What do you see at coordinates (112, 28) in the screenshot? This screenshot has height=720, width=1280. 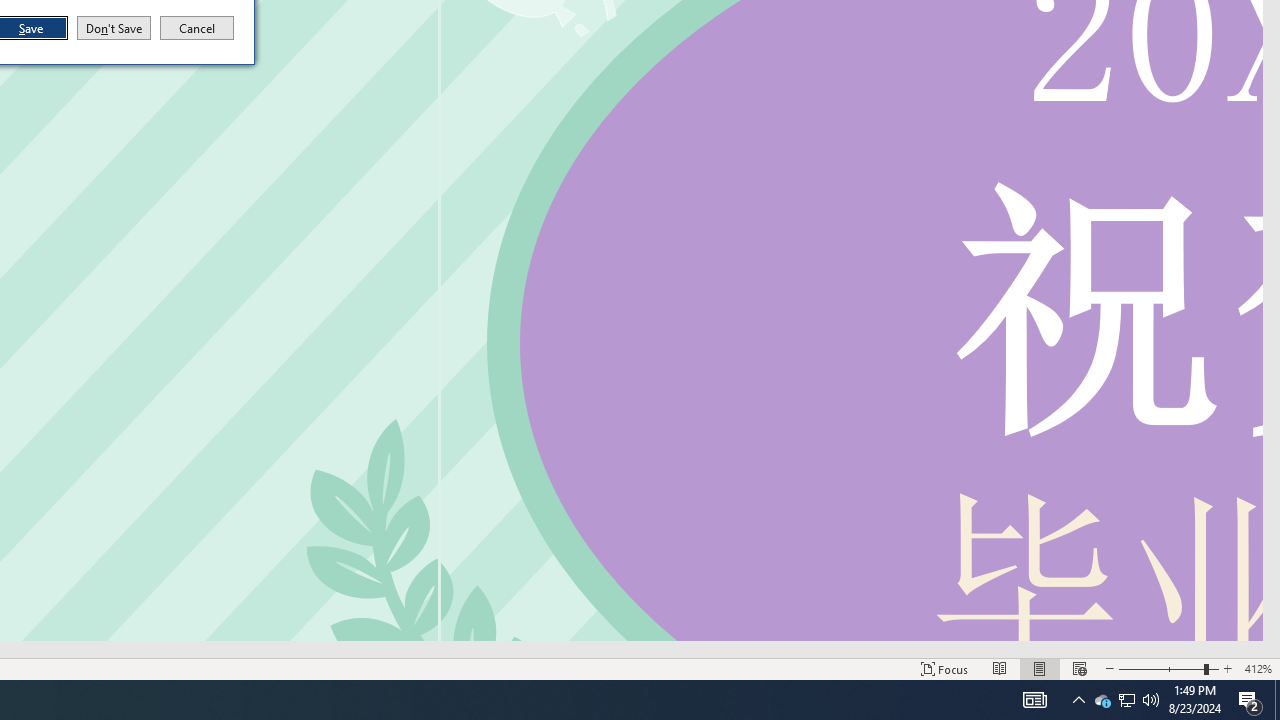 I see `'Don'` at bounding box center [112, 28].